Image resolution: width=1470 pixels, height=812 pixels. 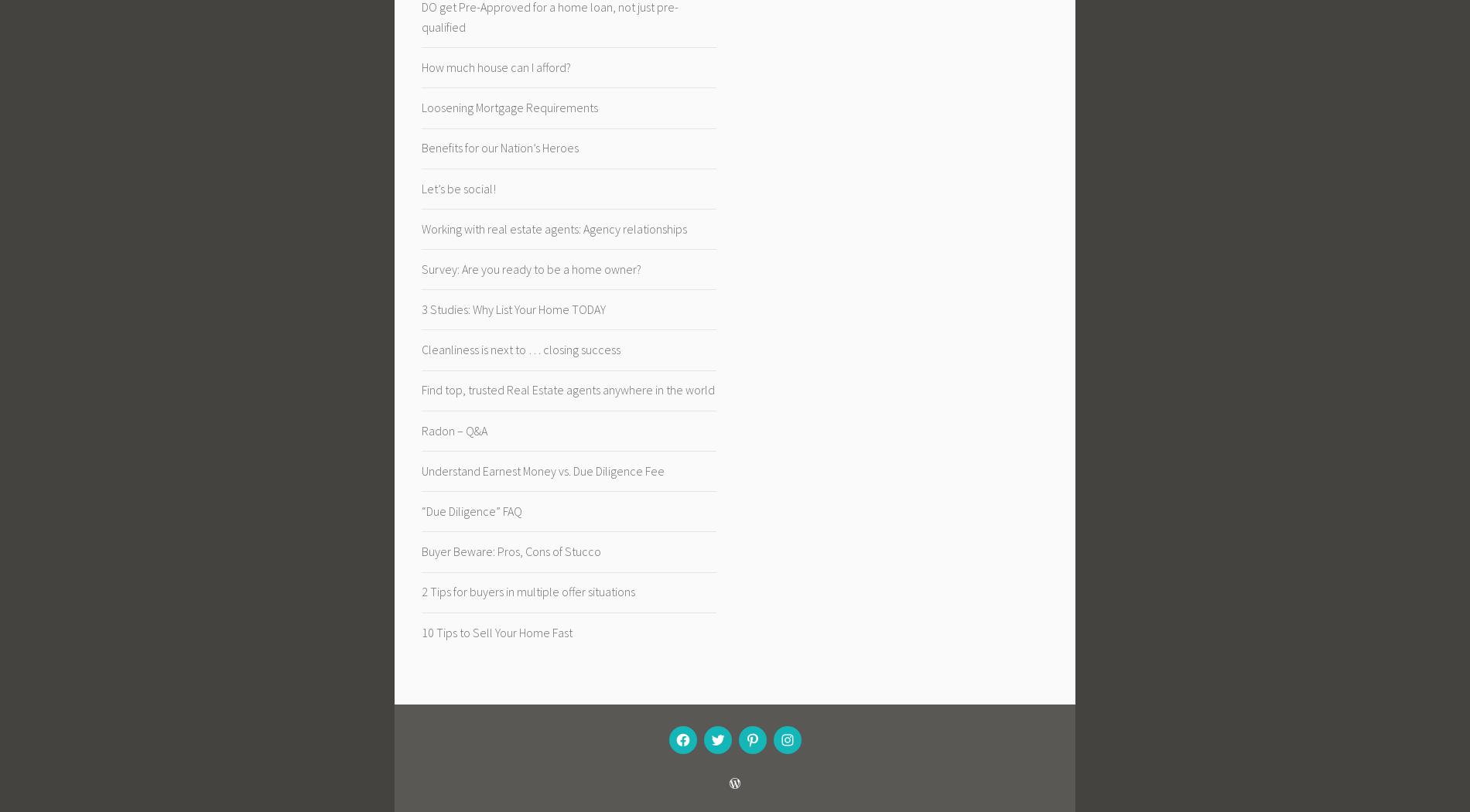 What do you see at coordinates (497, 631) in the screenshot?
I see `'10 Tips to Sell Your Home Fast'` at bounding box center [497, 631].